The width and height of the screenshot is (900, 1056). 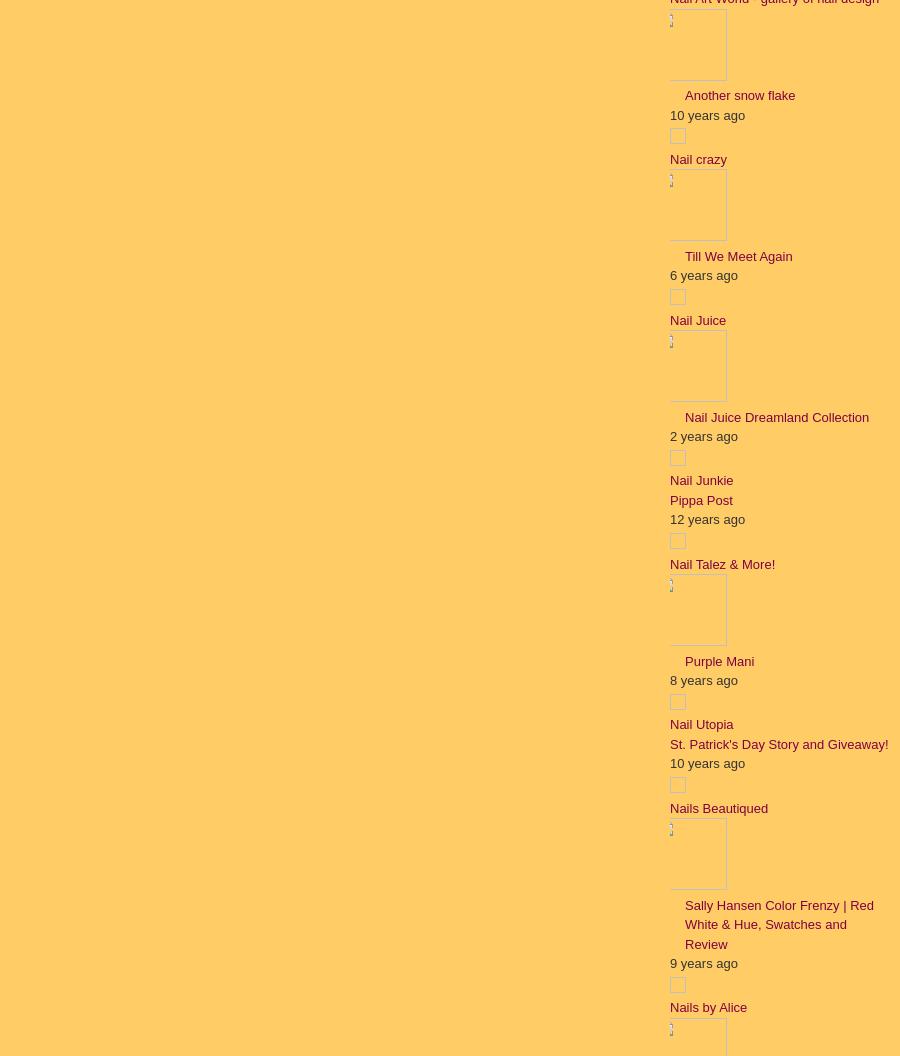 I want to click on '12 years ago', so click(x=706, y=518).